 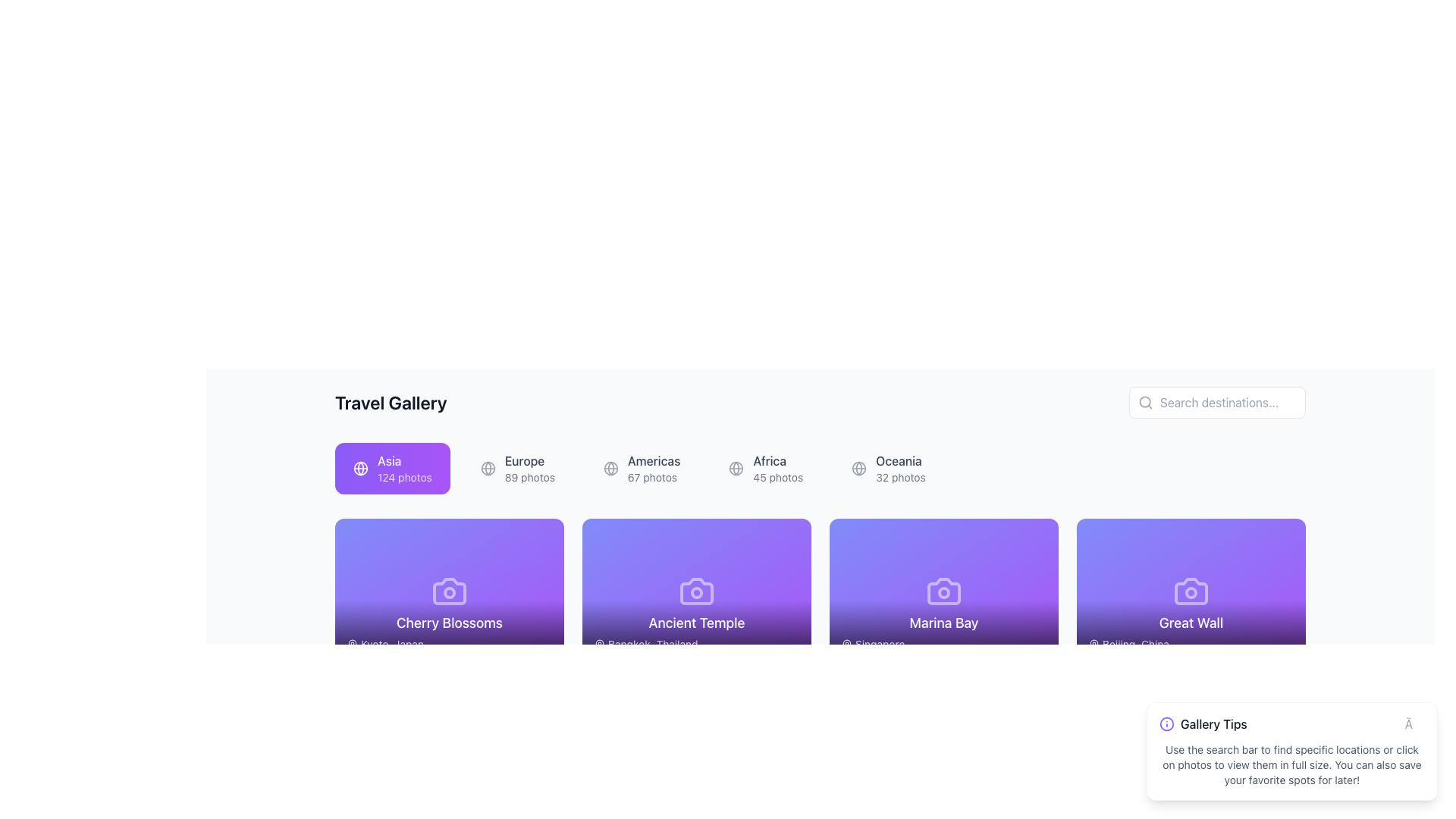 I want to click on the text label displaying 'Oceania' in the 'Travel Gallery' section, so click(x=900, y=460).